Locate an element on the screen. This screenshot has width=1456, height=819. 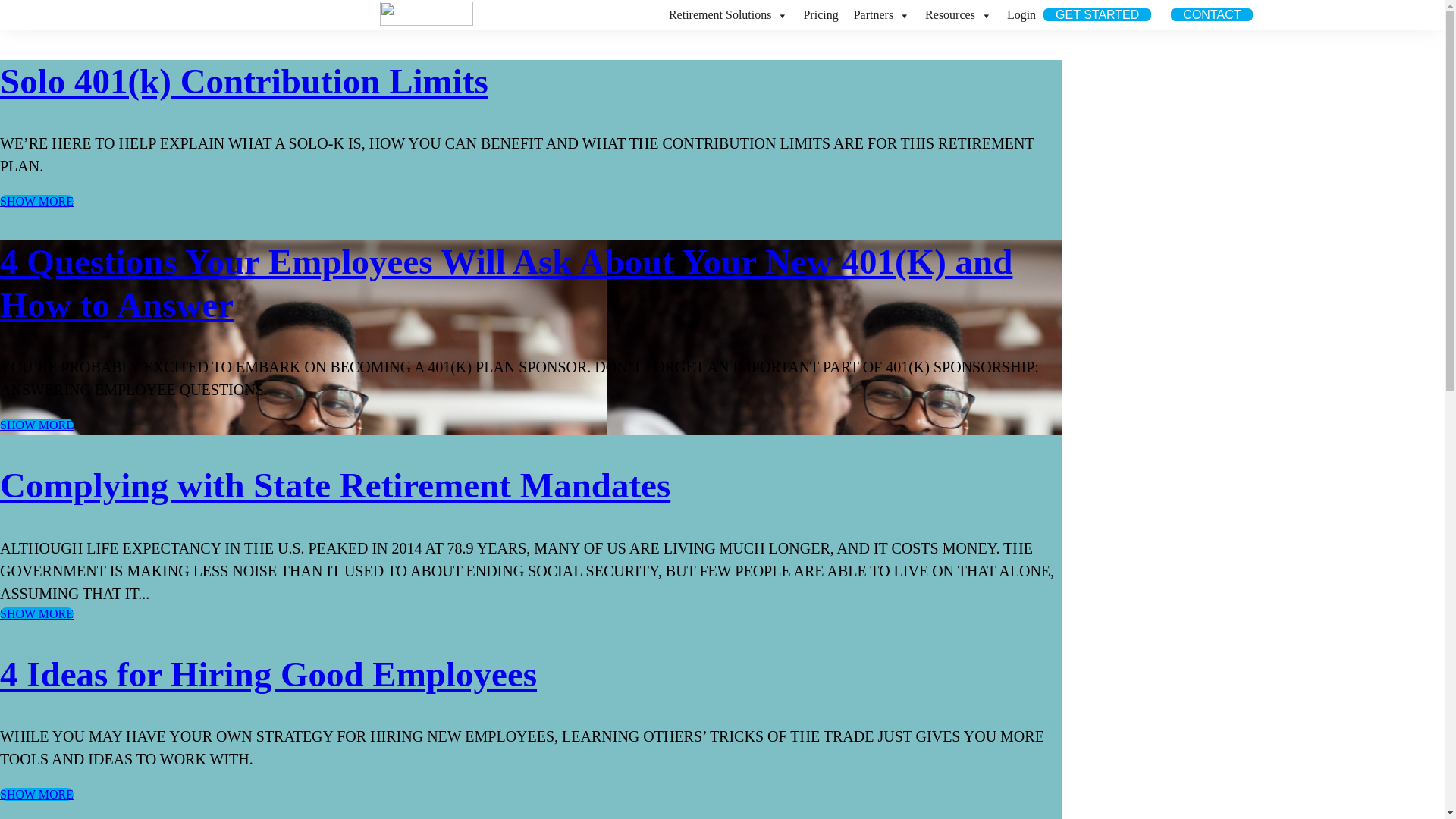
'Resources' is located at coordinates (957, 14).